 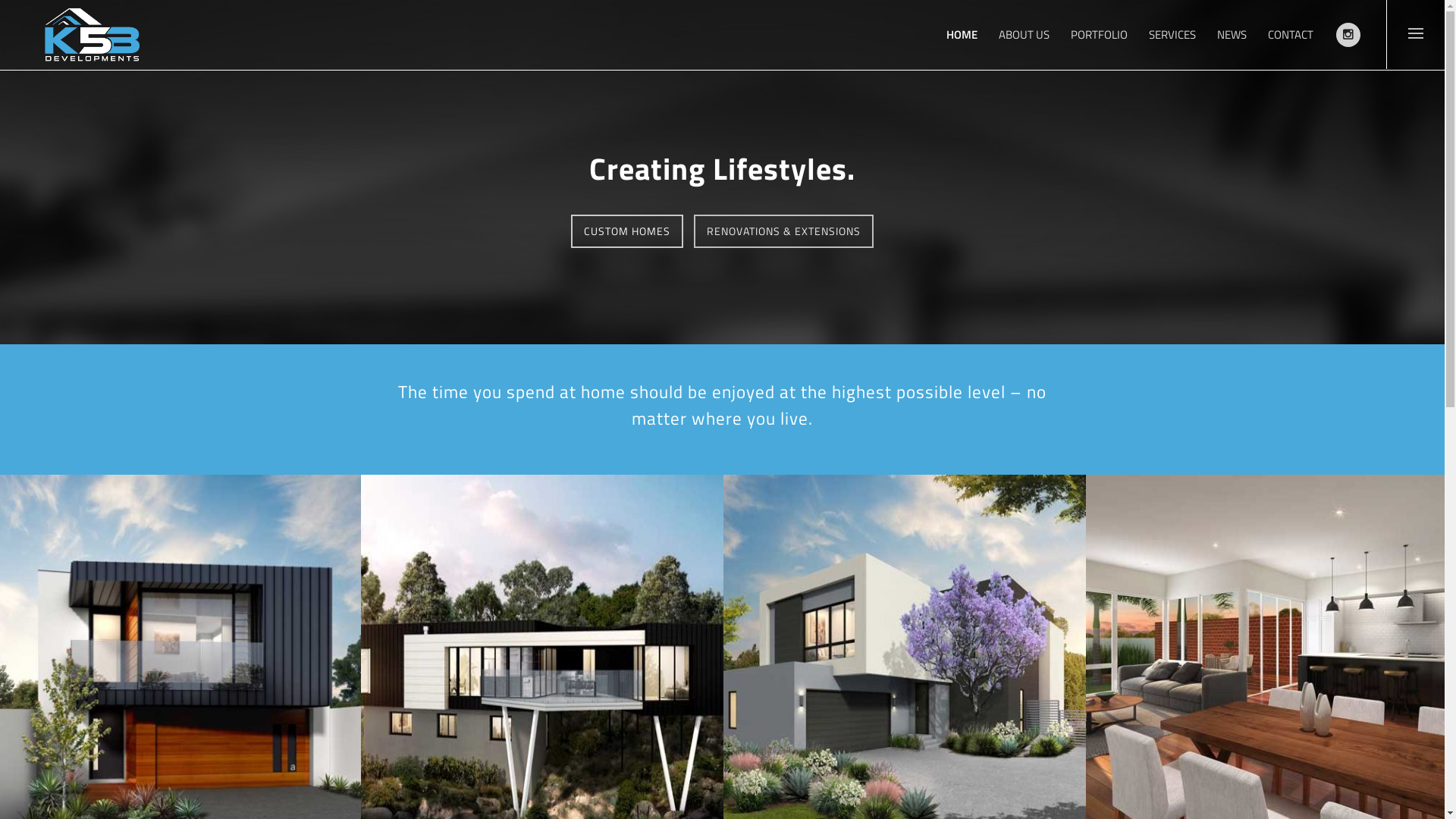 I want to click on 'CONTACT', so click(x=1290, y=34).